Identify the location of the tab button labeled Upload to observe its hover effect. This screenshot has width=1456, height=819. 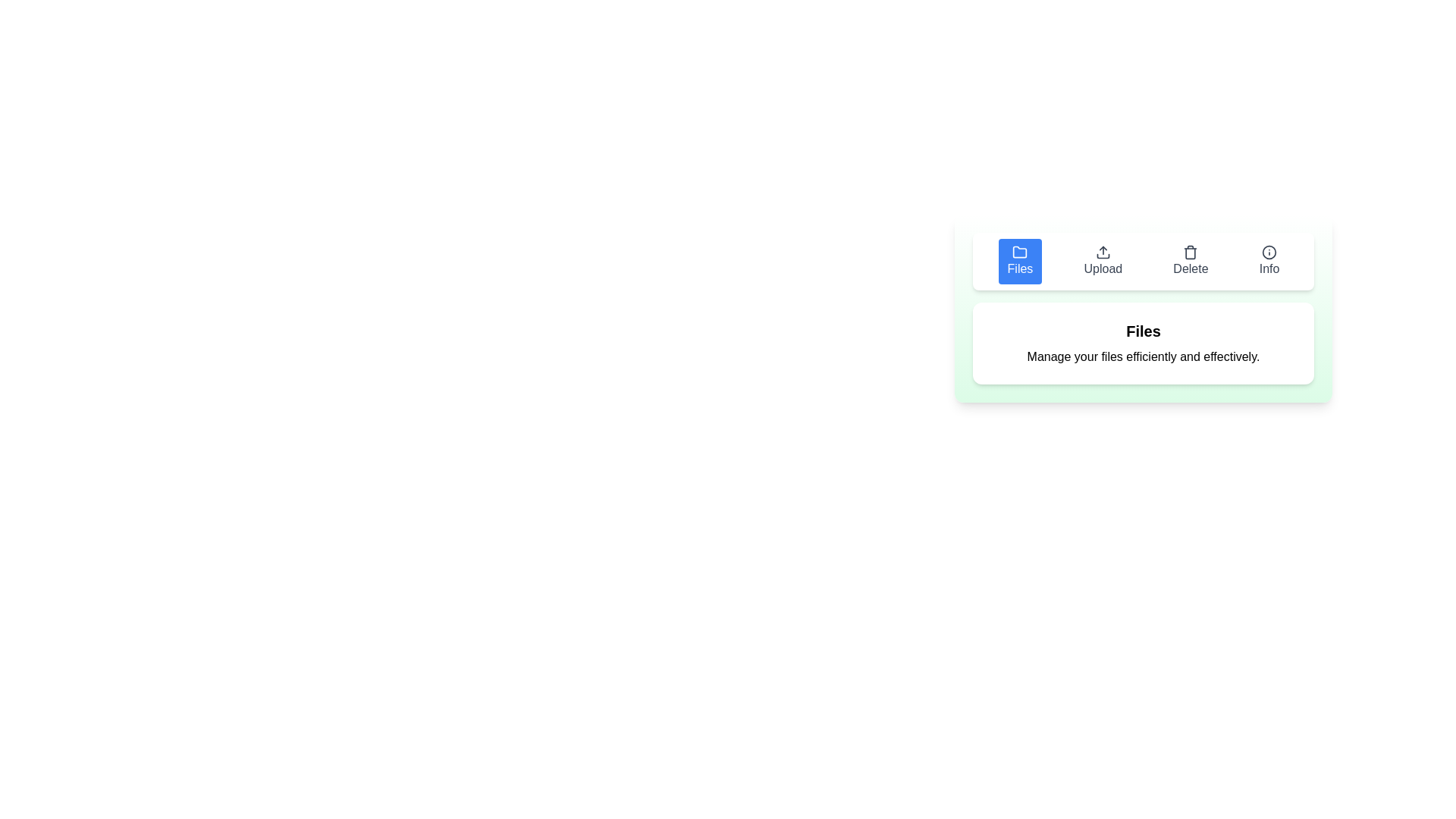
(1103, 260).